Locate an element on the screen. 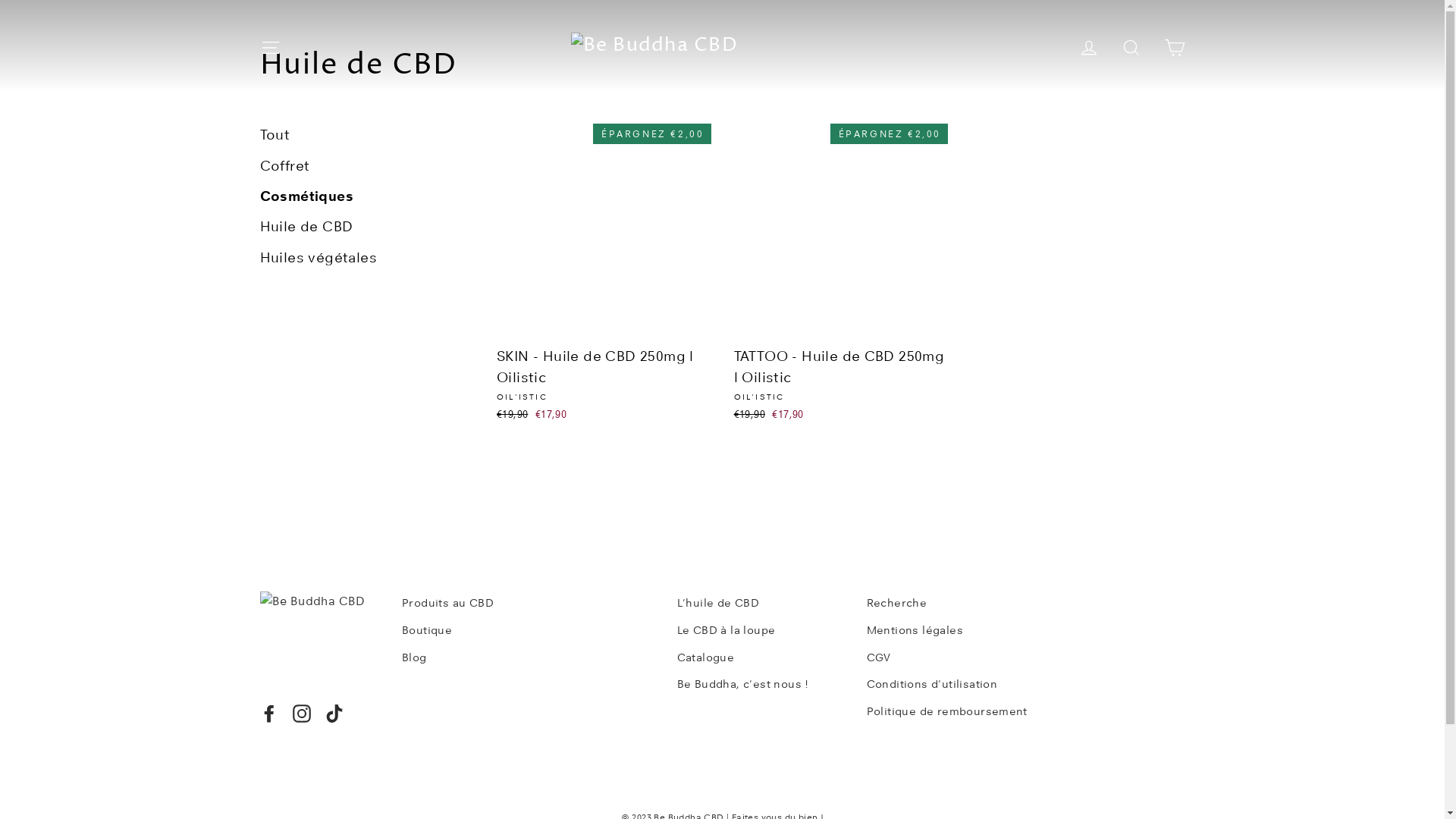  'Conditions d'utilisation' is located at coordinates (866, 684).